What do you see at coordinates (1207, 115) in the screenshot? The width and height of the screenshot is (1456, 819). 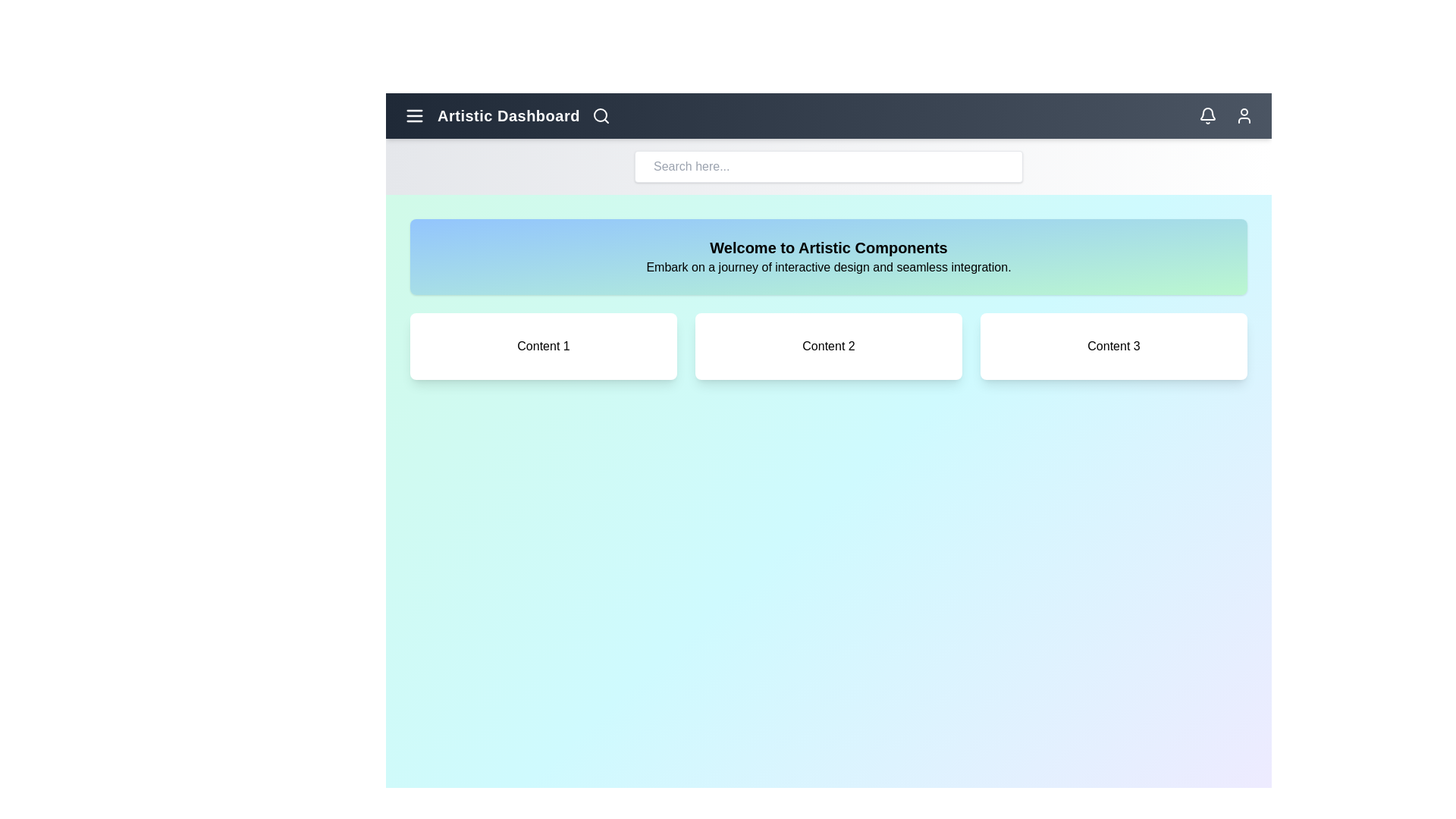 I see `the notification bell icon` at bounding box center [1207, 115].